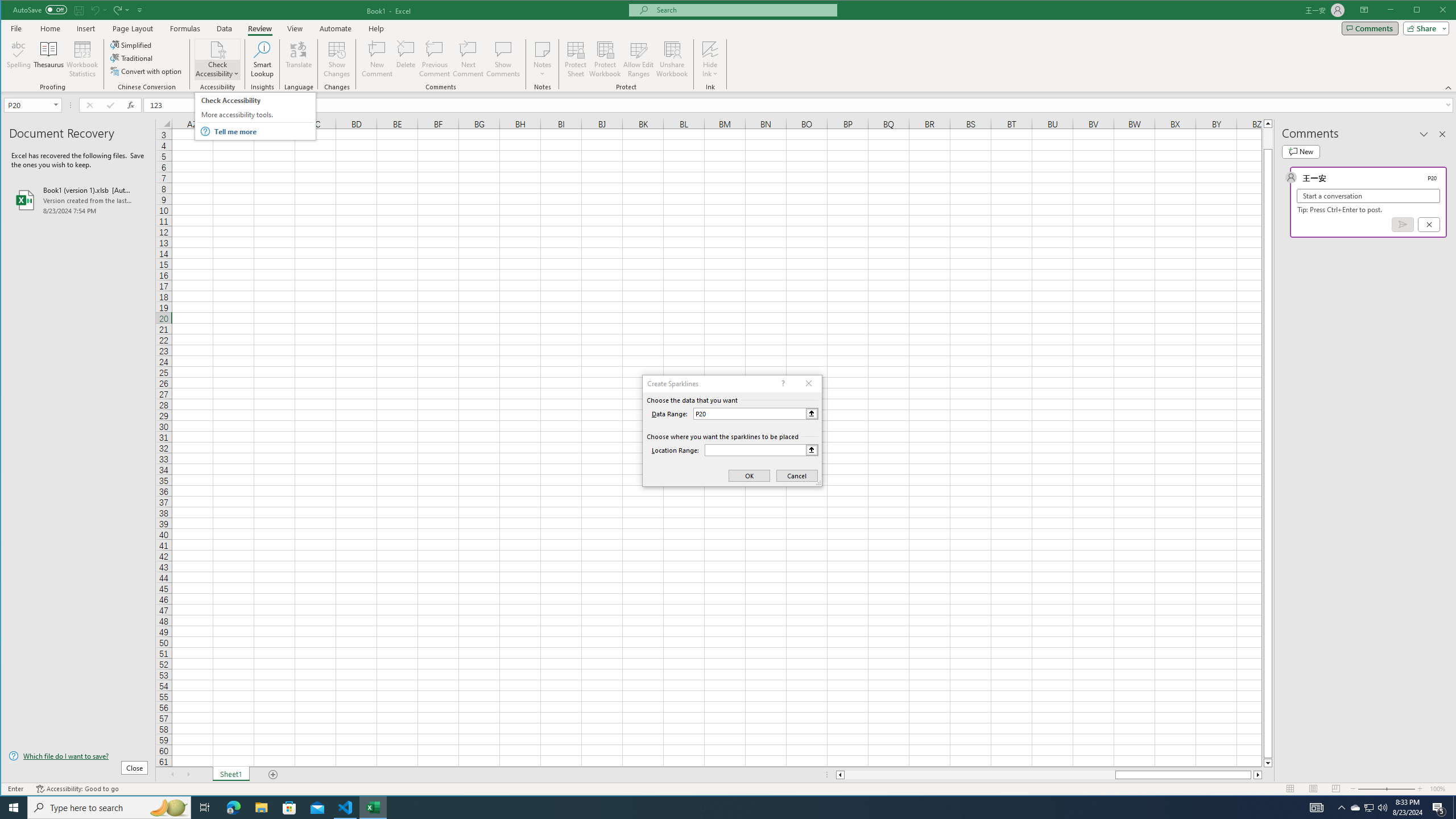  Describe the element at coordinates (132, 44) in the screenshot. I see `'Simplified'` at that location.